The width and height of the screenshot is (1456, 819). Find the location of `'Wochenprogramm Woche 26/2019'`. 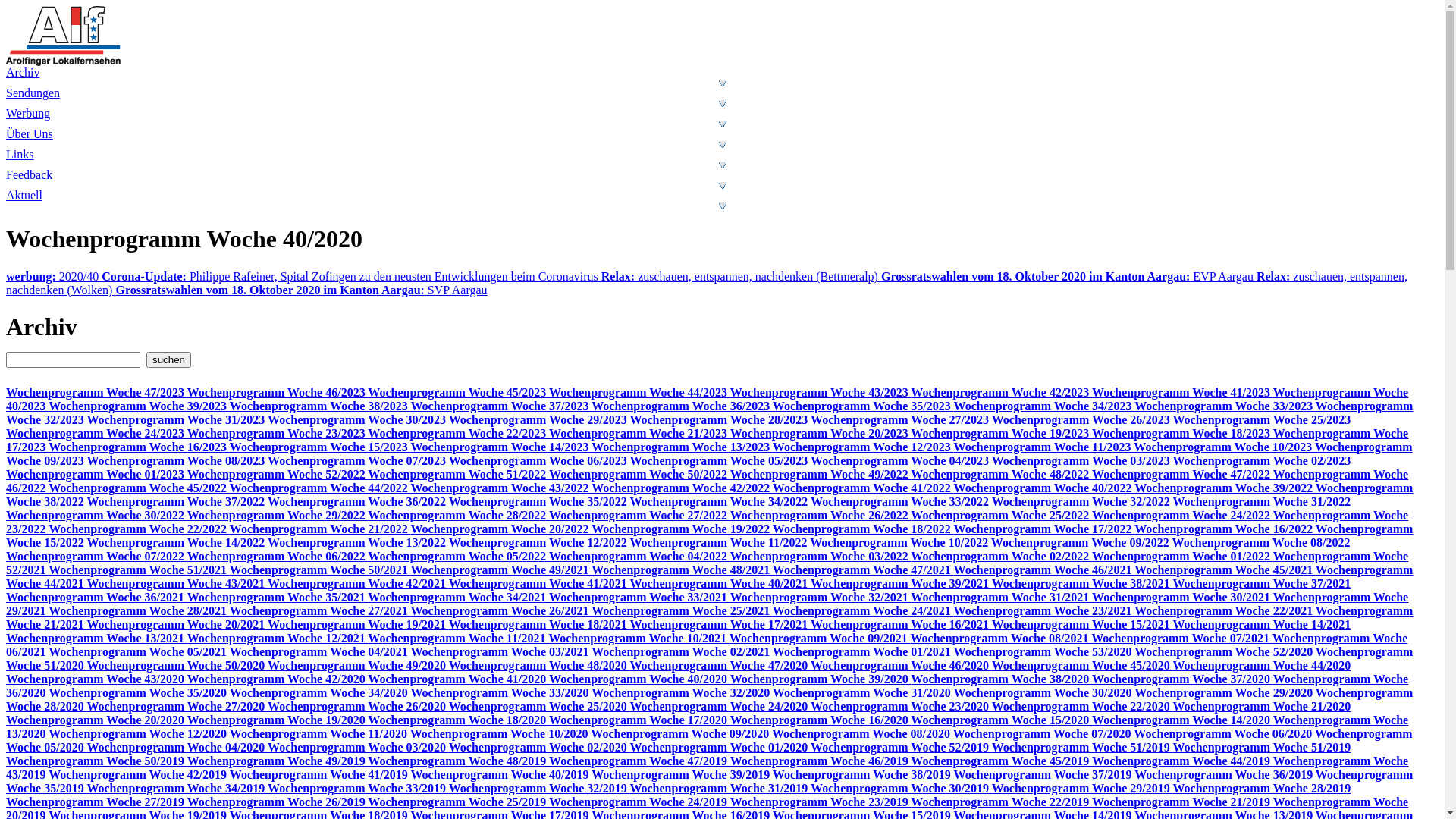

'Wochenprogramm Woche 26/2019' is located at coordinates (278, 801).